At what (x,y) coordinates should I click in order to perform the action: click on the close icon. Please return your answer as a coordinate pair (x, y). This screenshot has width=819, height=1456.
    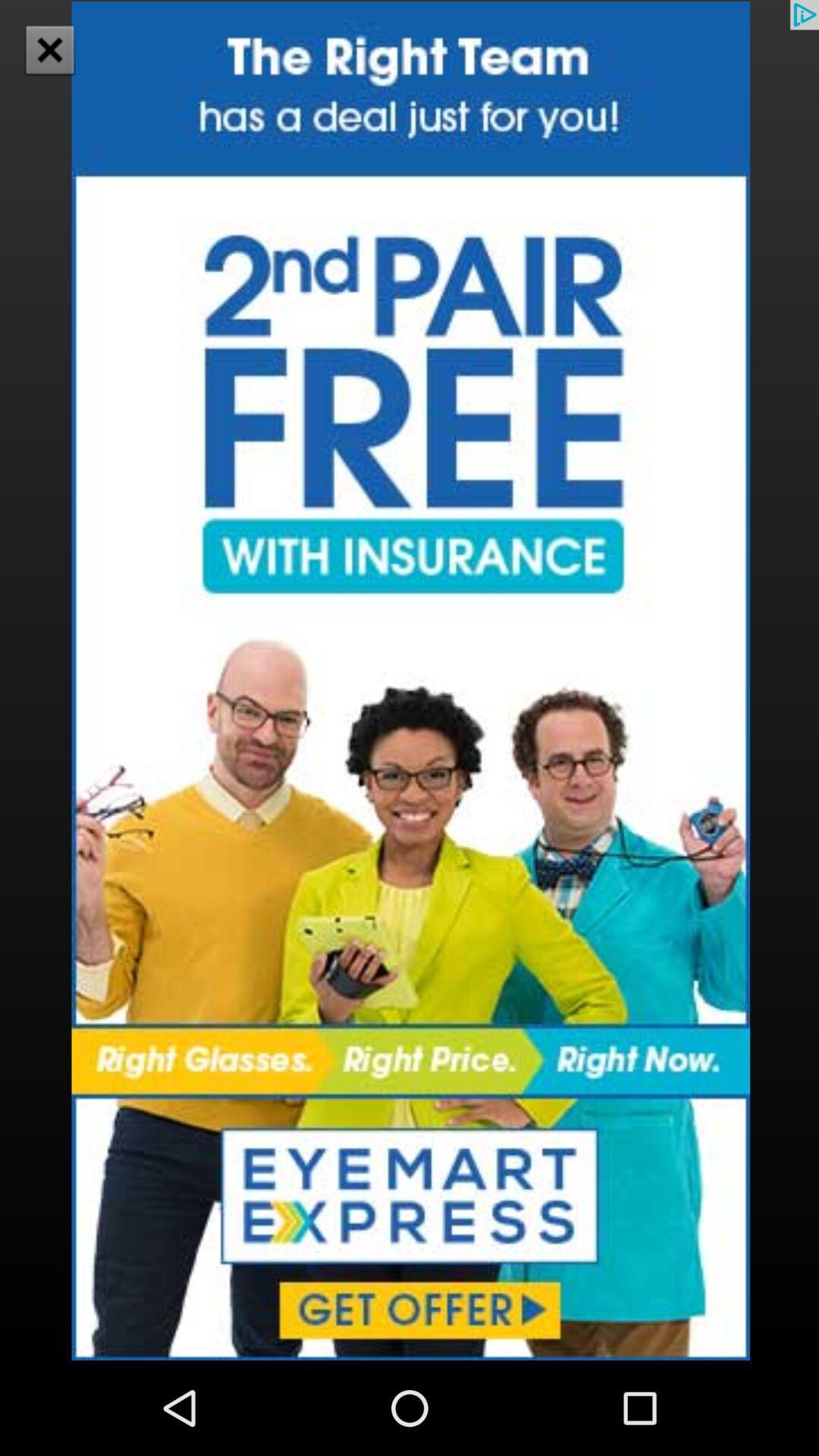
    Looking at the image, I should click on (49, 53).